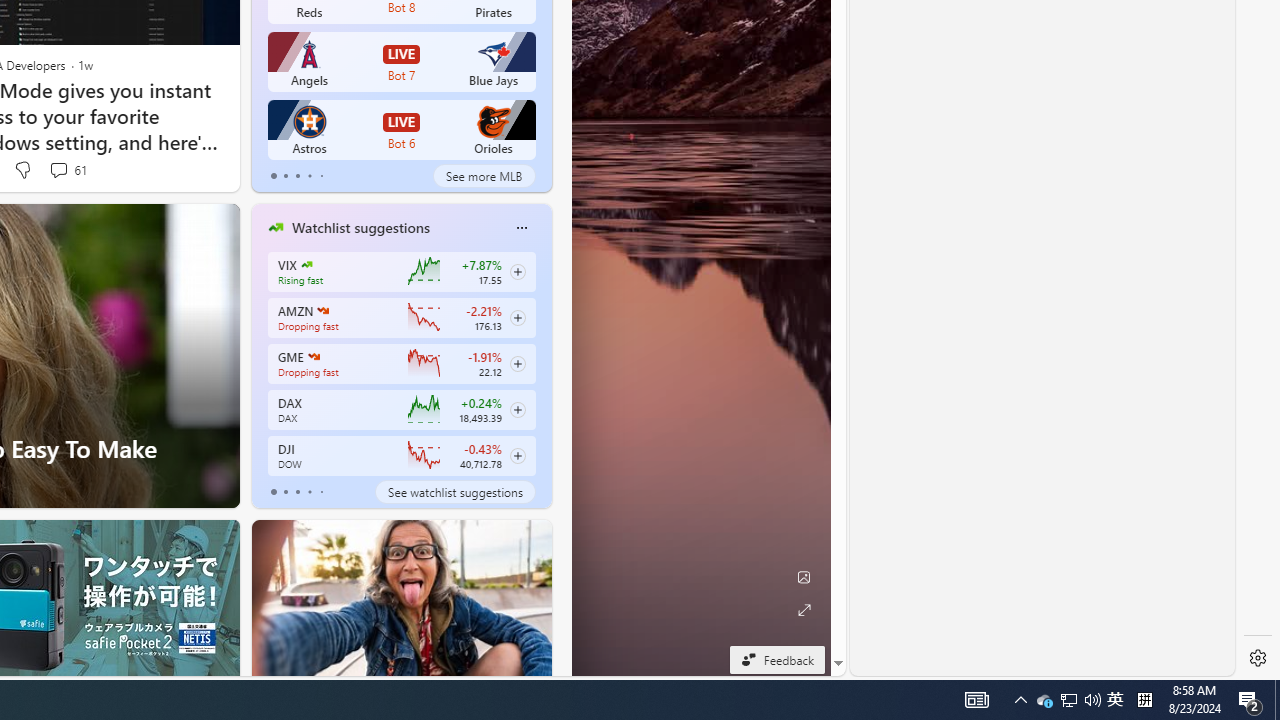  I want to click on 'View comments 61 Comment', so click(58, 168).